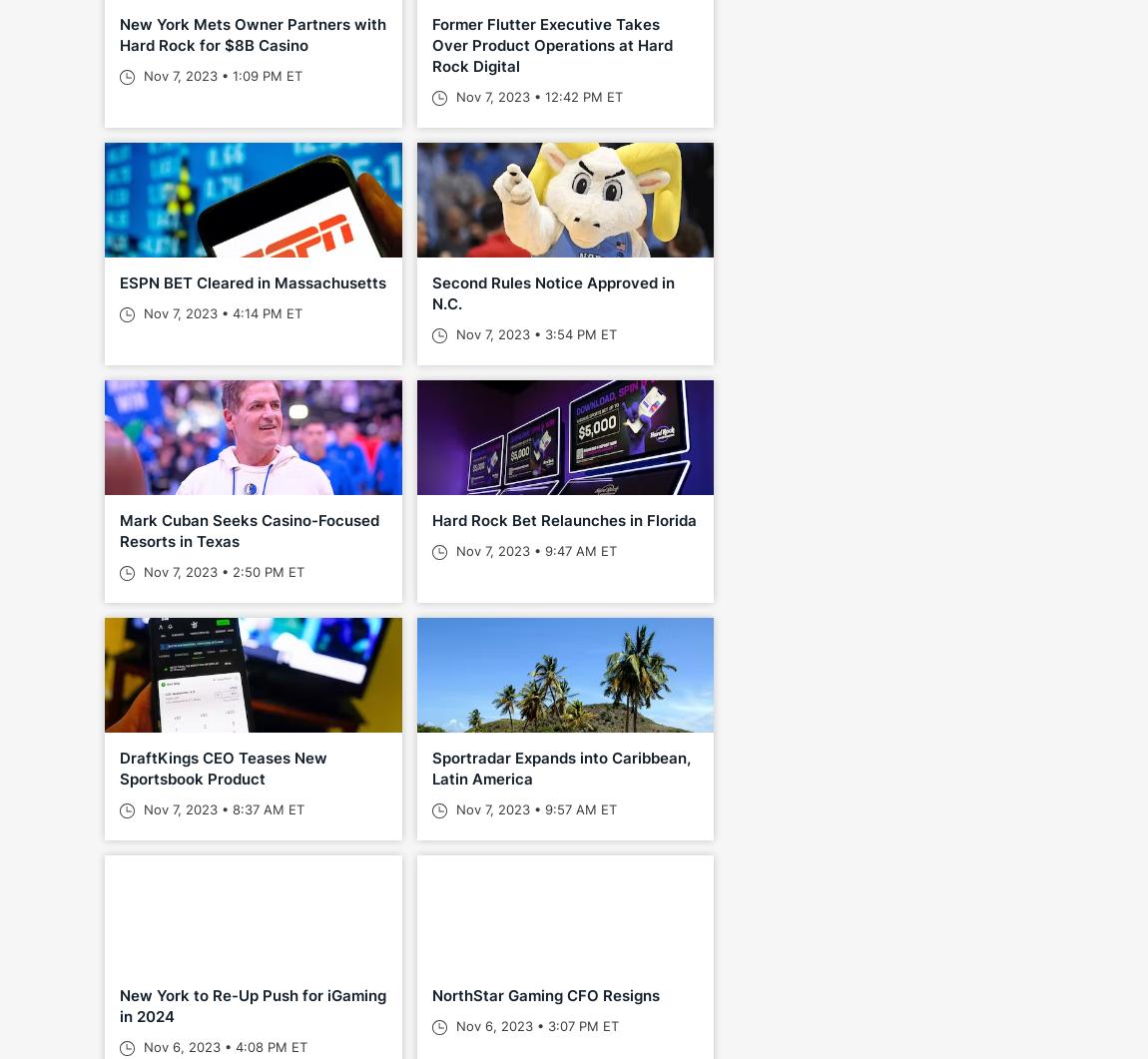  What do you see at coordinates (223, 768) in the screenshot?
I see `'DraftKings CEO Teases New Sportsbook Product'` at bounding box center [223, 768].